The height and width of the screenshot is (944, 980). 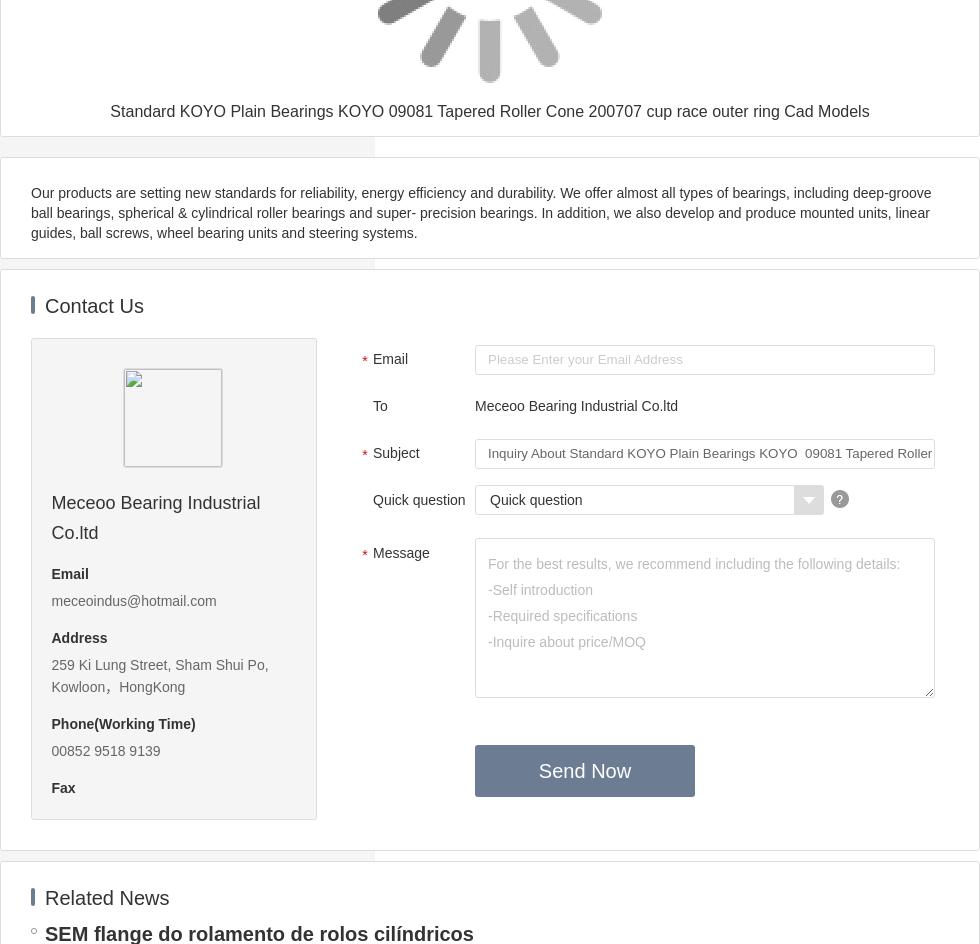 I want to click on 'Related News', so click(x=107, y=897).